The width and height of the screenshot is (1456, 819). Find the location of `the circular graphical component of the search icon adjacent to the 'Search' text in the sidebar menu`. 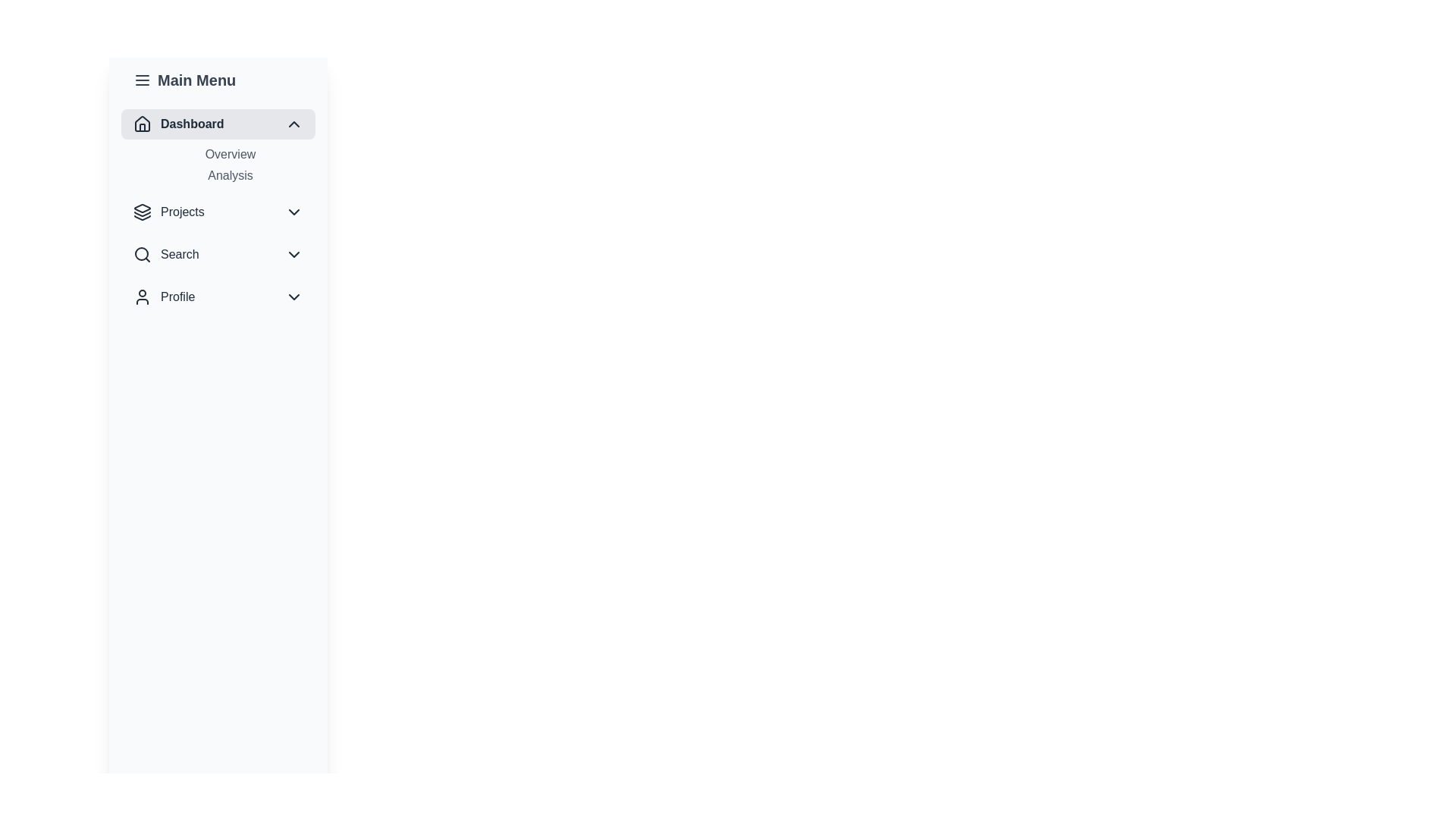

the circular graphical component of the search icon adjacent to the 'Search' text in the sidebar menu is located at coordinates (142, 253).